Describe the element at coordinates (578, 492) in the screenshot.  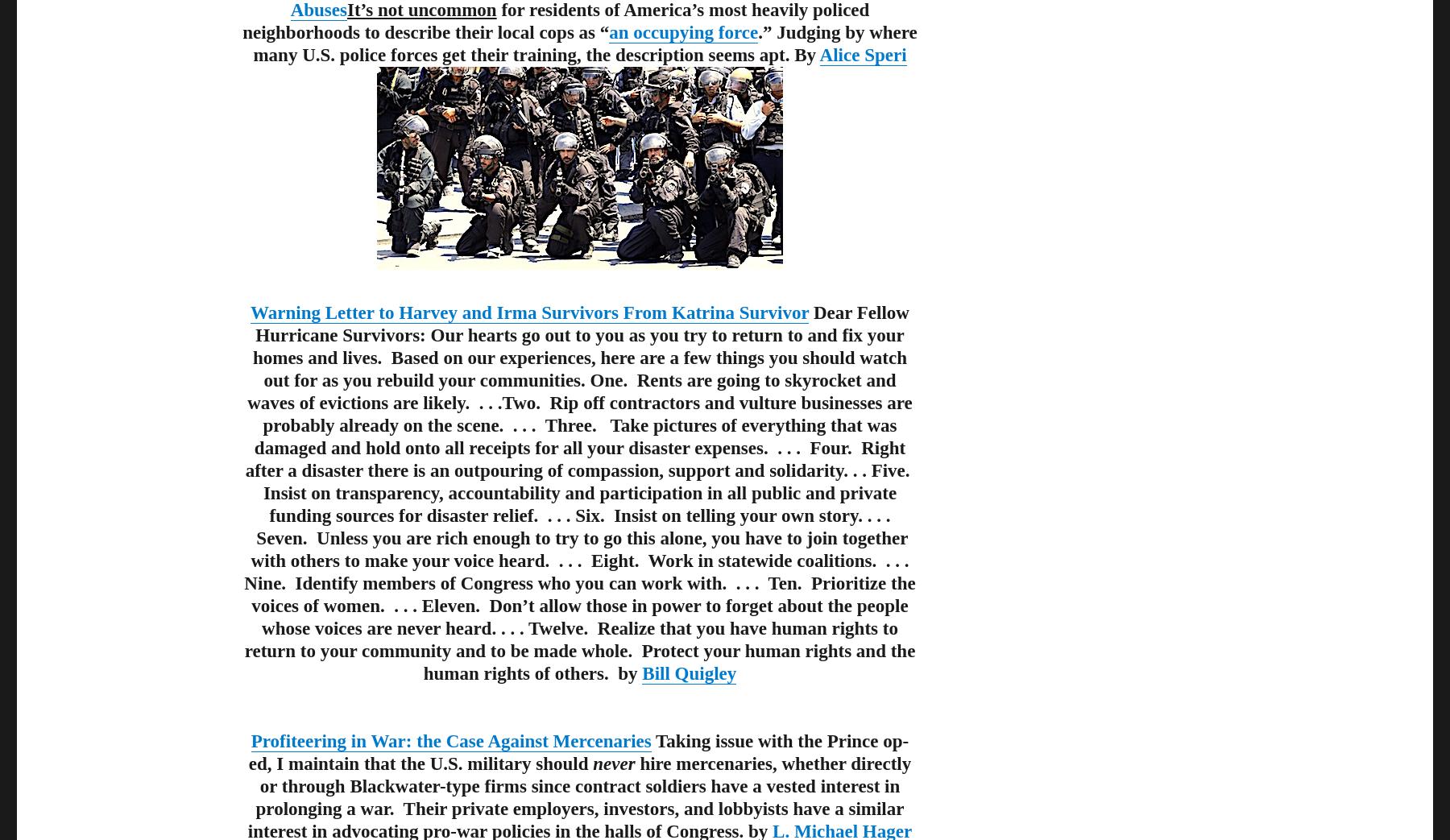
I see `'Dear Fellow Hurricane Survivors: Our hearts go out to you as you try to return to and fix your homes and lives.  Based on our experiences, here are a few things you should watch out for as you rebuild your communities. One.  Rents are going to skyrocket and waves of evictions are likely.  . . .Two.  Rip off contractors and vulture businesses are probably already on the scene.  . . .  Three.   Take pictures of everything that was damaged and hold onto all receipts for all your disaster expenses.  . . .  Four.  Right after a disaster there is an outpouring of compassion, support and solidarity. . . Five.  Insist on transparency, accountability and participation in all public and private funding sources for disaster relief.  . . . Six.  Insist on telling your own story. . . .  Seven.  Unless you are rich enough to try to go this alone, you have to join together with others to make your voice heard.  . . .  Eight.  Work in statewide coalitions.  . . . Nine.  Identify members of Congress who you can work with.  . . .  Ten.  Prioritize the voices of women.  . . . Eleven.  Don’t allow those in power to forget about the people whose voices are never heard. . . . Twelve.  Realize that you have human rights to return to your community and to be made whole.  Protect your human rights and the human rights of others.  by'` at that location.